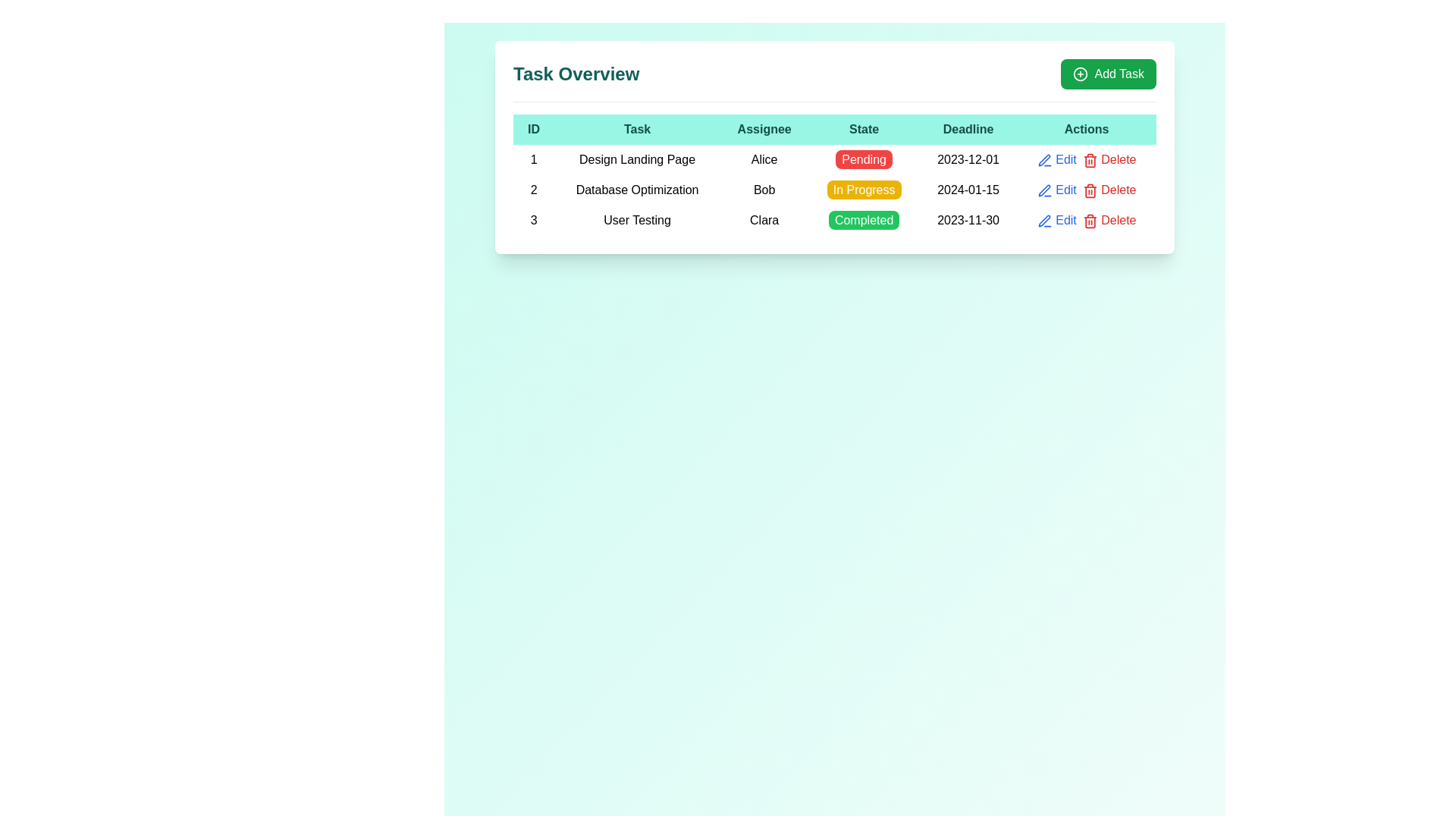 The image size is (1456, 819). Describe the element at coordinates (534, 189) in the screenshot. I see `the text label displaying the number '2' in the first column of the second row of the 'Task Overview' table` at that location.